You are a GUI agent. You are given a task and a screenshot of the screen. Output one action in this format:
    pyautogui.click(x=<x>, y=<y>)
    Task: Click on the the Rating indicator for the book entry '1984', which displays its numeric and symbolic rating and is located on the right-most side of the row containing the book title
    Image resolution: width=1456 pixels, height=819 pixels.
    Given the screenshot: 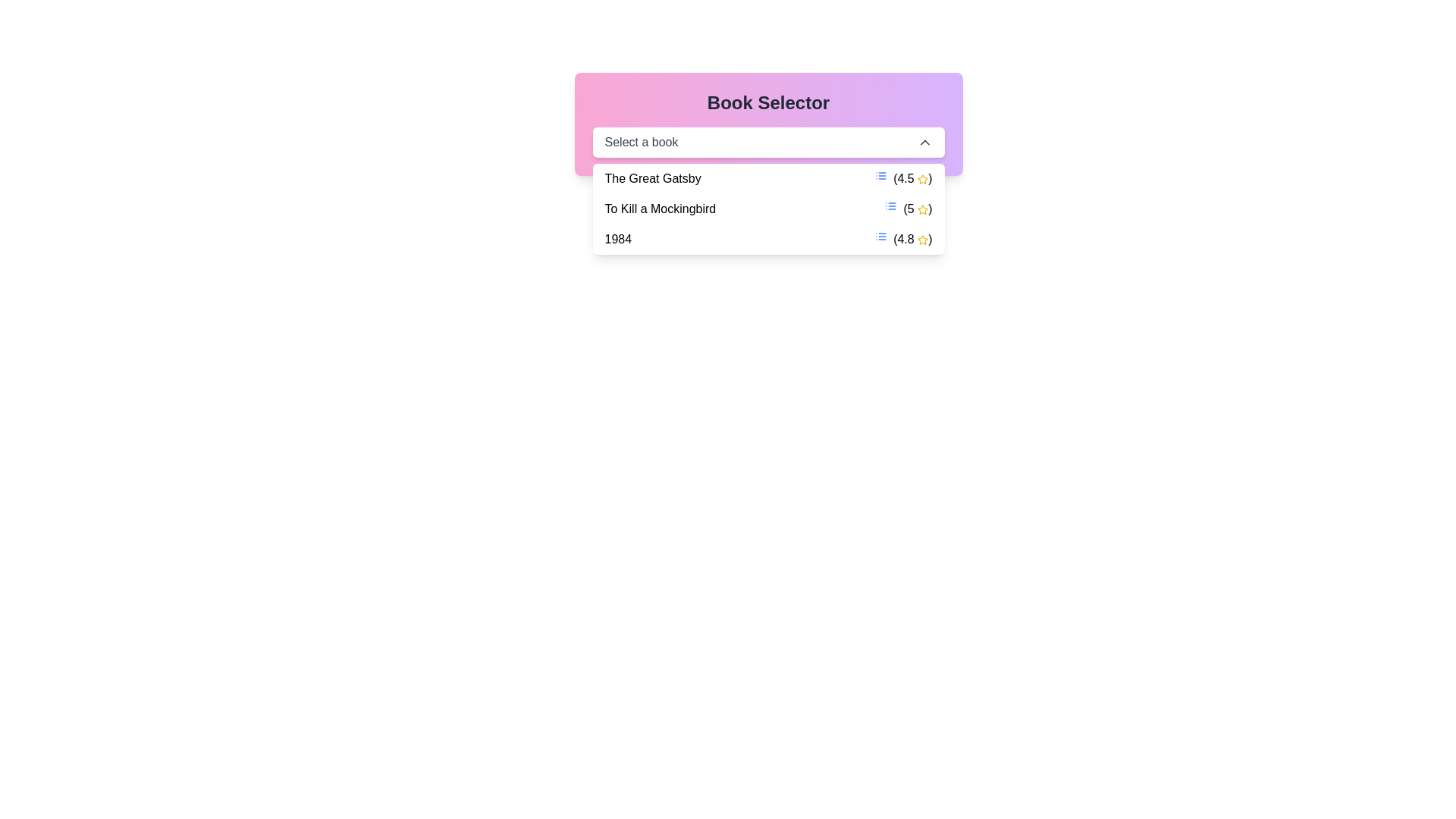 What is the action you would take?
    pyautogui.click(x=903, y=239)
    